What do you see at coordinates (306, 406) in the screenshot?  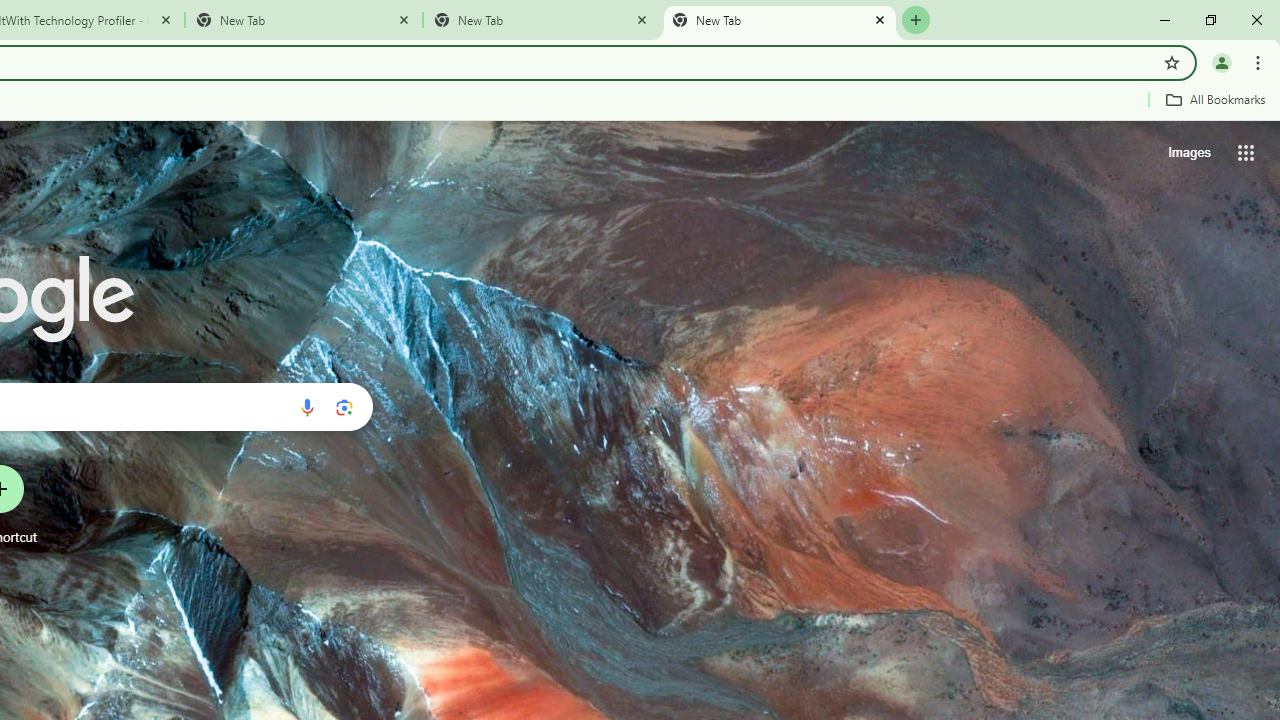 I see `'Search by voice'` at bounding box center [306, 406].